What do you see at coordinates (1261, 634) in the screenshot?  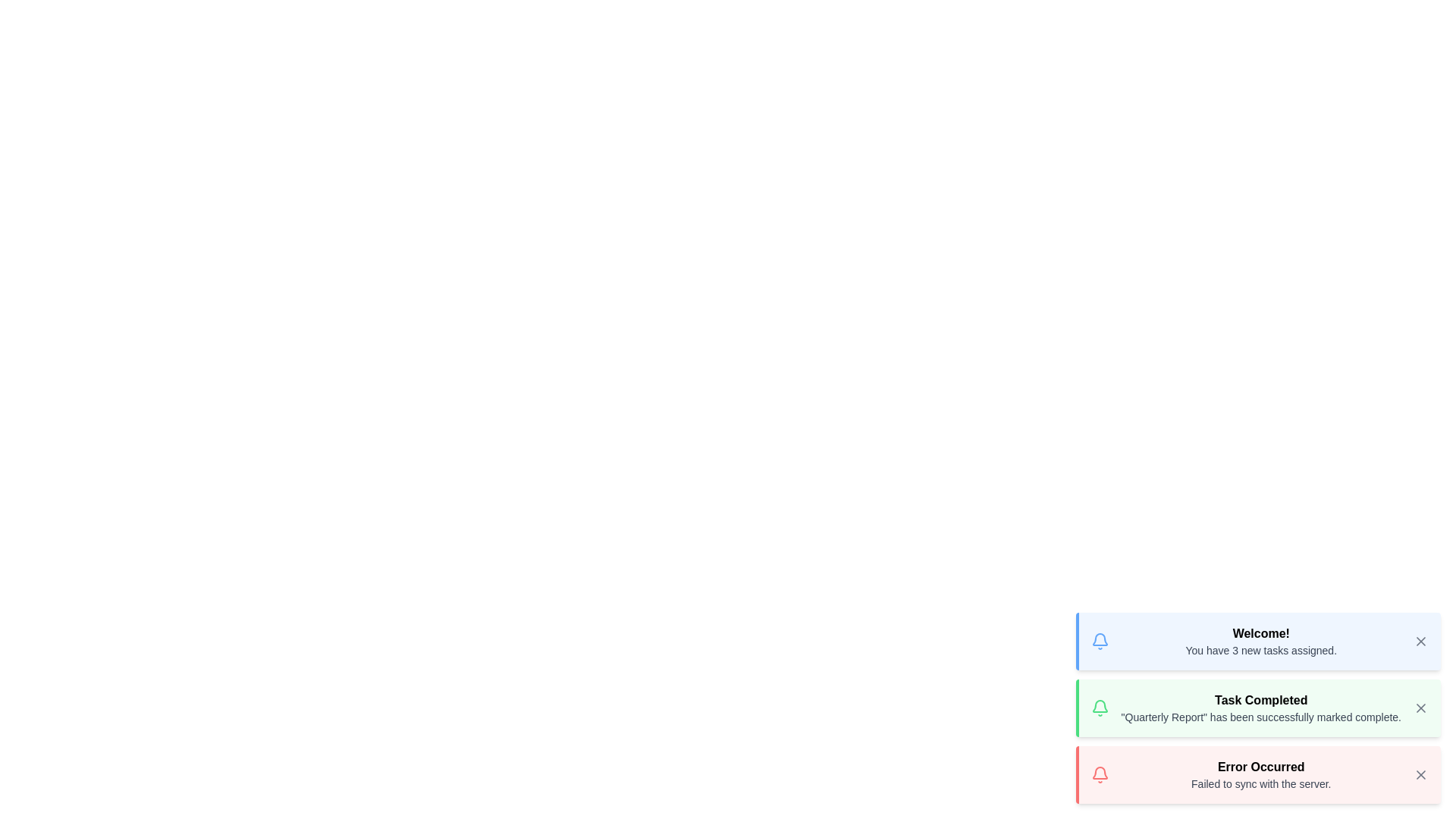 I see `text 'Welcome!' from the bold header in the upper right notification box` at bounding box center [1261, 634].